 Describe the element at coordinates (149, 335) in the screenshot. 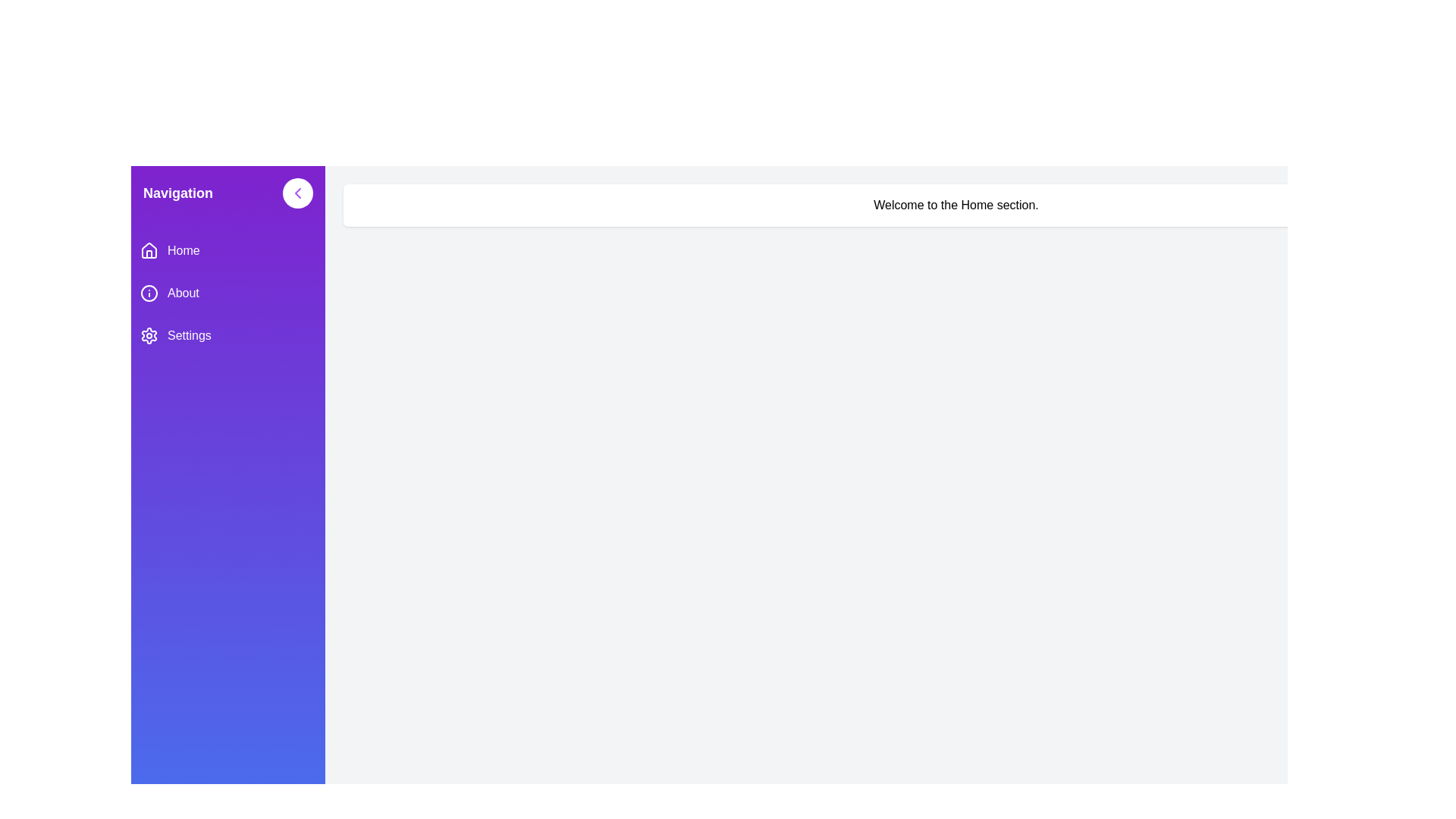

I see `the 'Settings' icon in the vertical navigation bar, which is the third item below 'Home' and 'About'` at that location.